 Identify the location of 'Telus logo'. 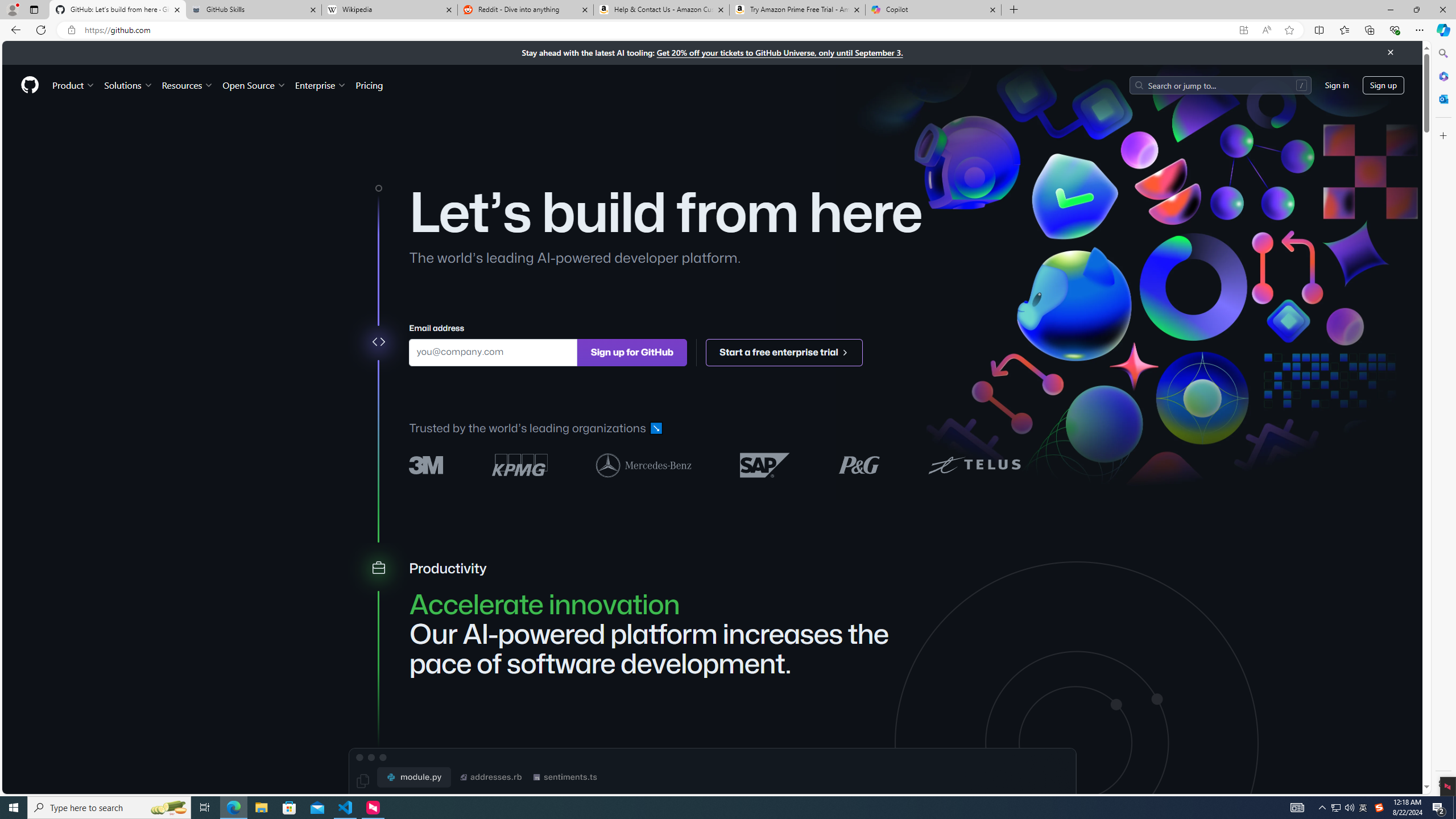
(974, 464).